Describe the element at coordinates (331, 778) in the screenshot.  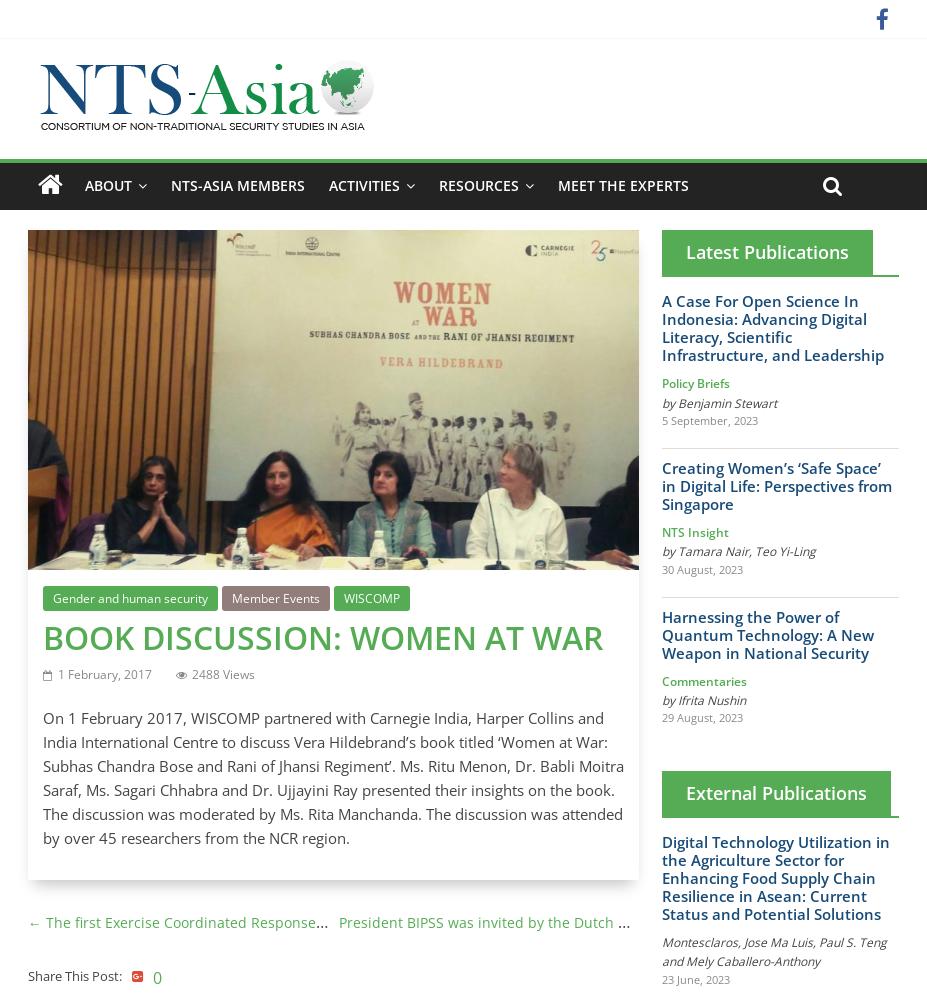
I see `'On 1 February 2017, WISCOMP partnered with Carnegie India, Harper Collins and India International Centre to discuss Vera Hildebrand’s book titled ‘Women at War: Subhas Chandra Bose and Rani of Jhansi Regiment’. Ms. Ritu Menon, Dr. Babli Moitra Saraf, Ms. Sagari Chhabra and Dr. Ujjayini Ray presented their insights on the book. The discussion was moderated by Ms. Rita Manchanda. The discussion was attended by over 45 researchers from the NCR region.'` at that location.